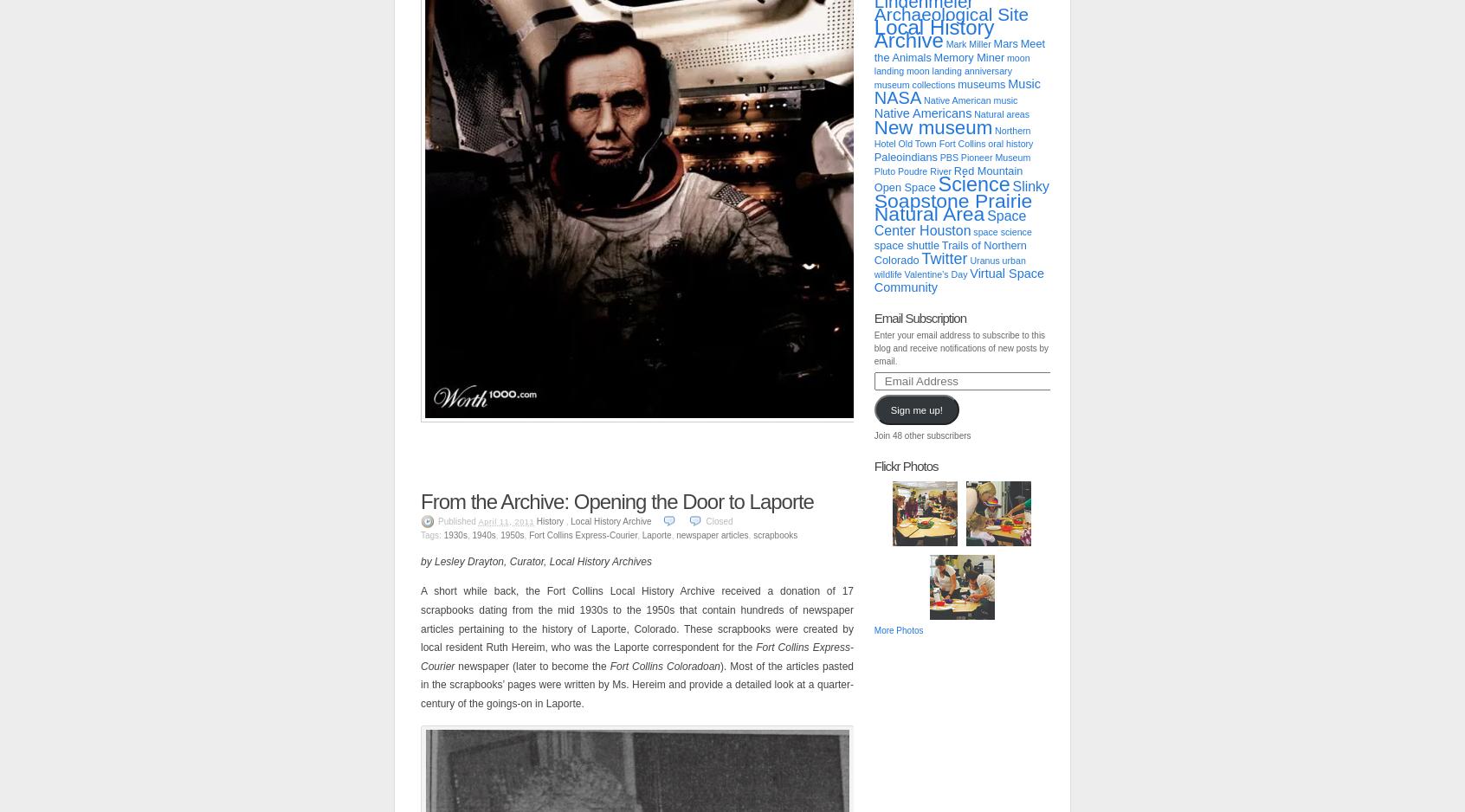 Image resolution: width=1465 pixels, height=812 pixels. I want to click on 'Northern Hotel', so click(952, 137).